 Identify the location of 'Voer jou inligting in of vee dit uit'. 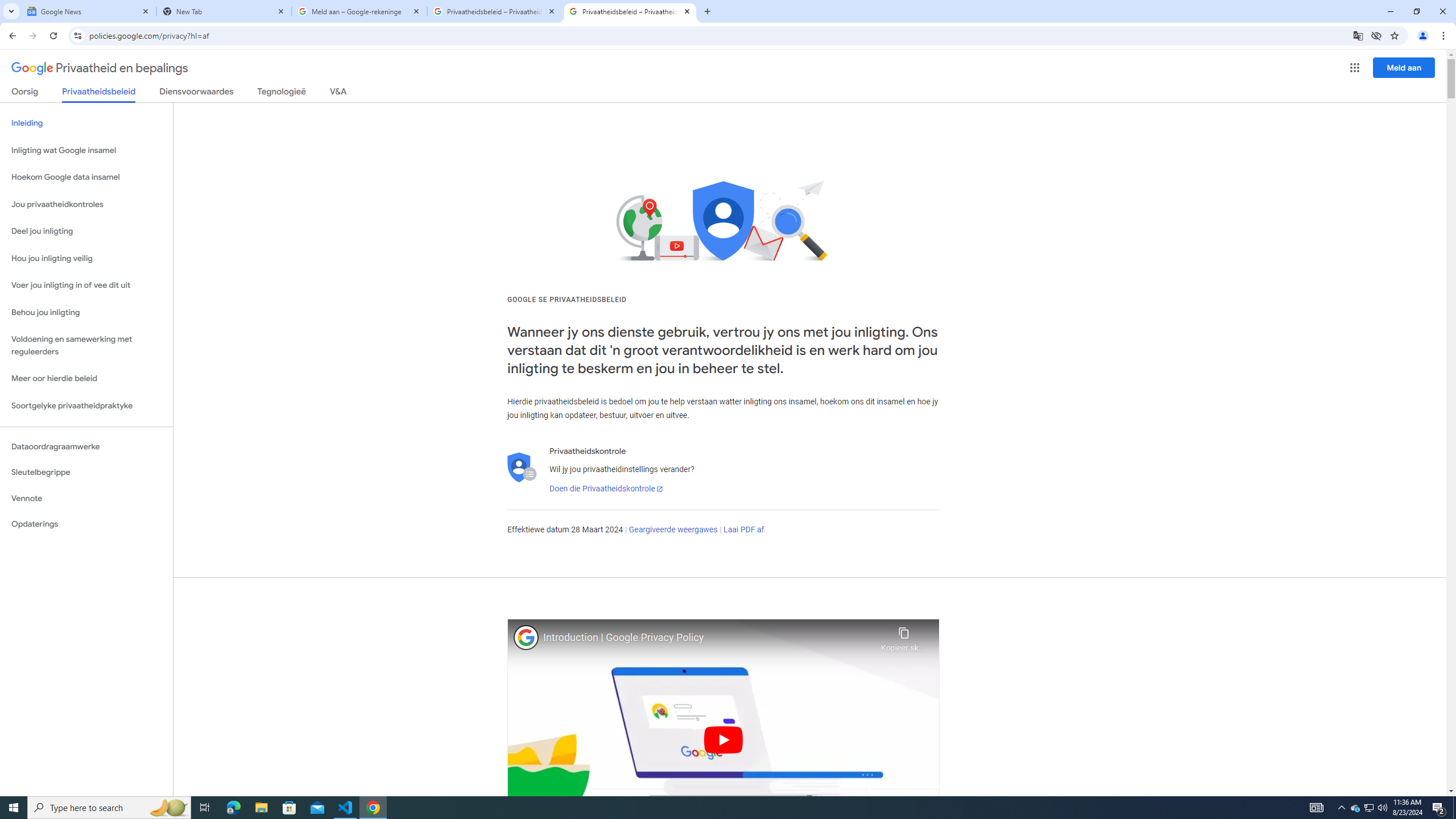
(86, 285).